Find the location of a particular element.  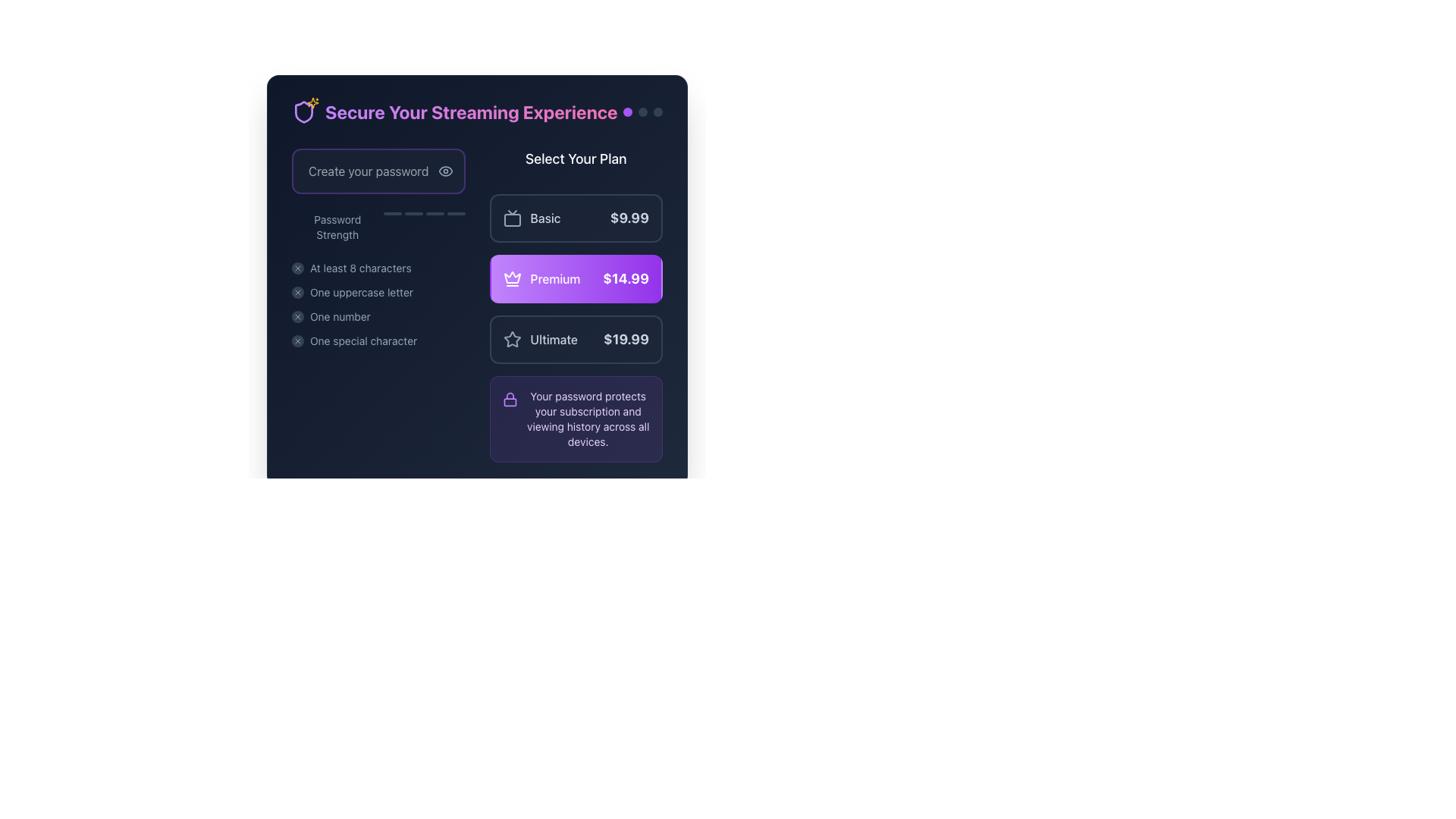

the 'Premium' subscription plan button located in the center of the subscription plans group is located at coordinates (575, 278).